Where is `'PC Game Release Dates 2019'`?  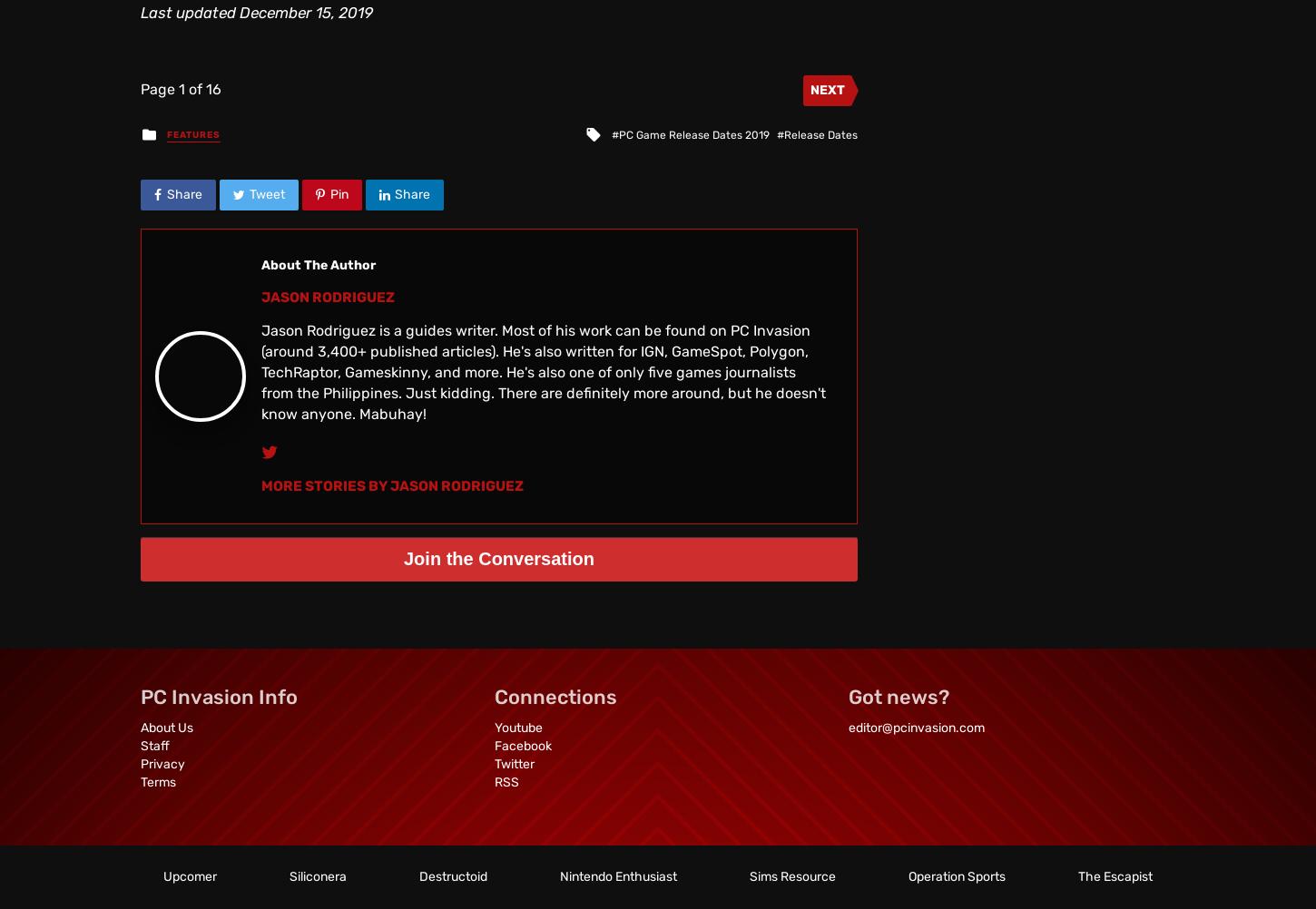
'PC Game Release Dates 2019' is located at coordinates (617, 132).